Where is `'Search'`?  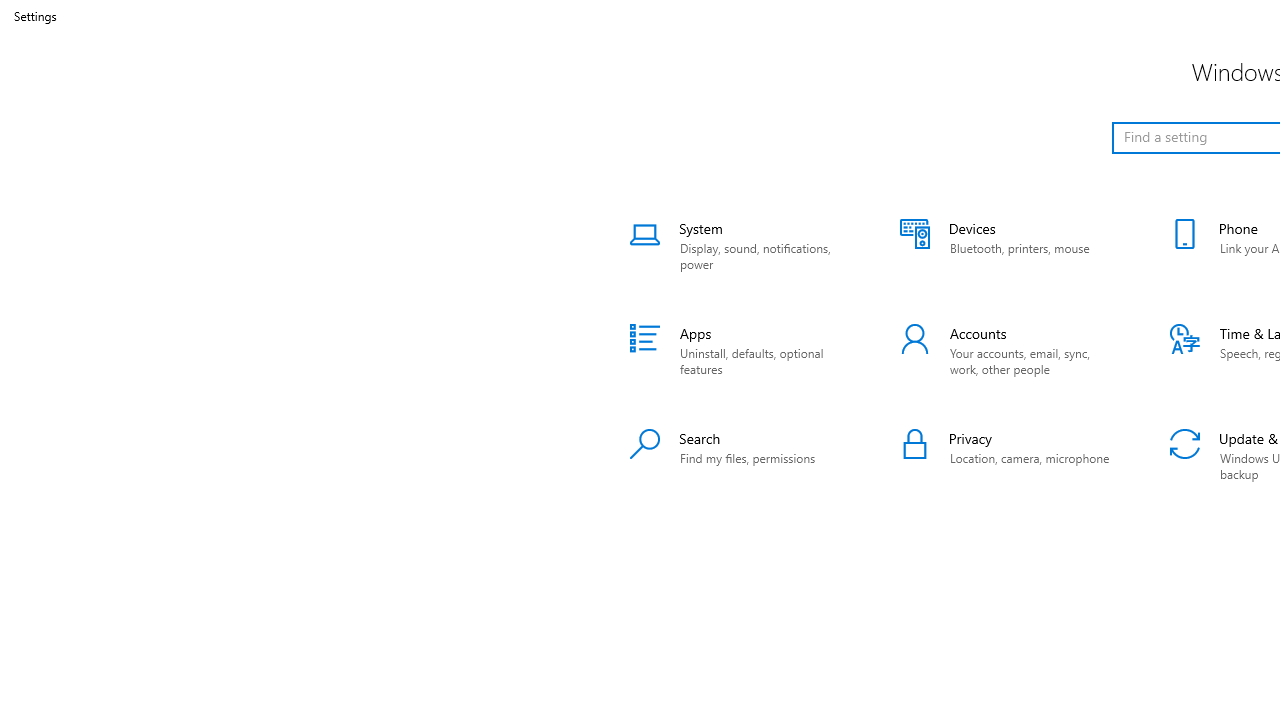
'Search' is located at coordinates (738, 456).